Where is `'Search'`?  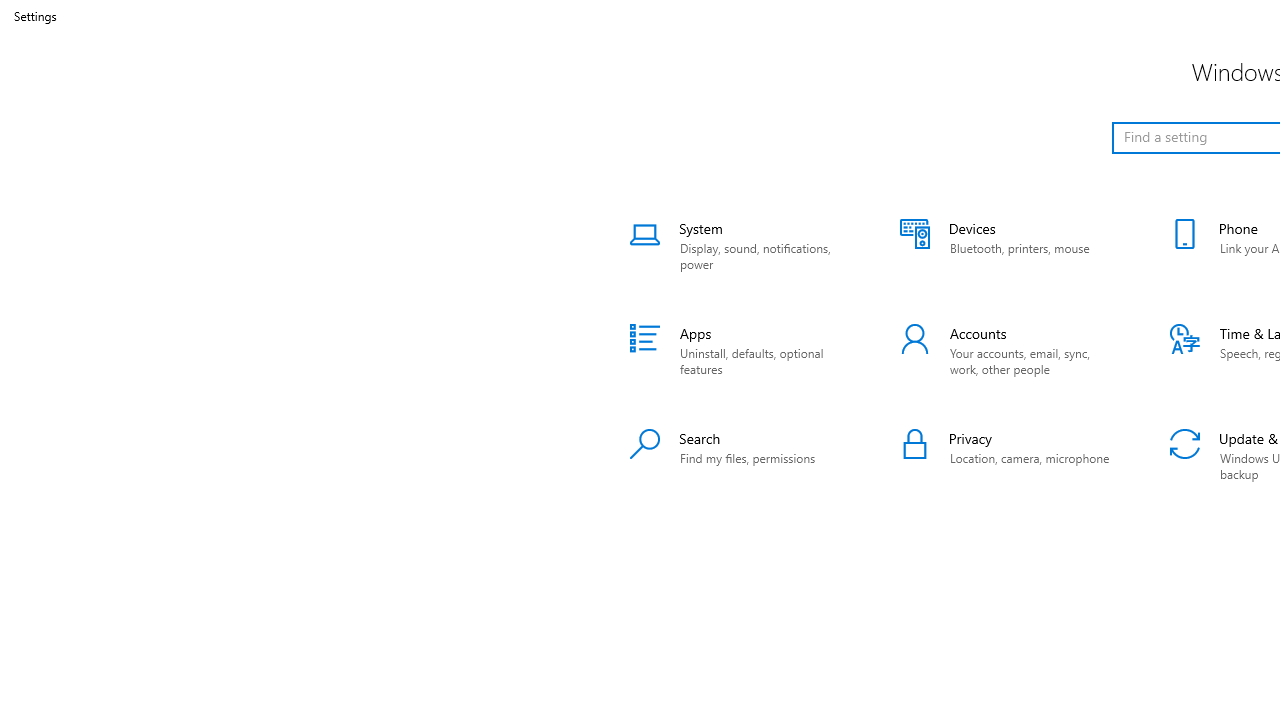
'Search' is located at coordinates (738, 456).